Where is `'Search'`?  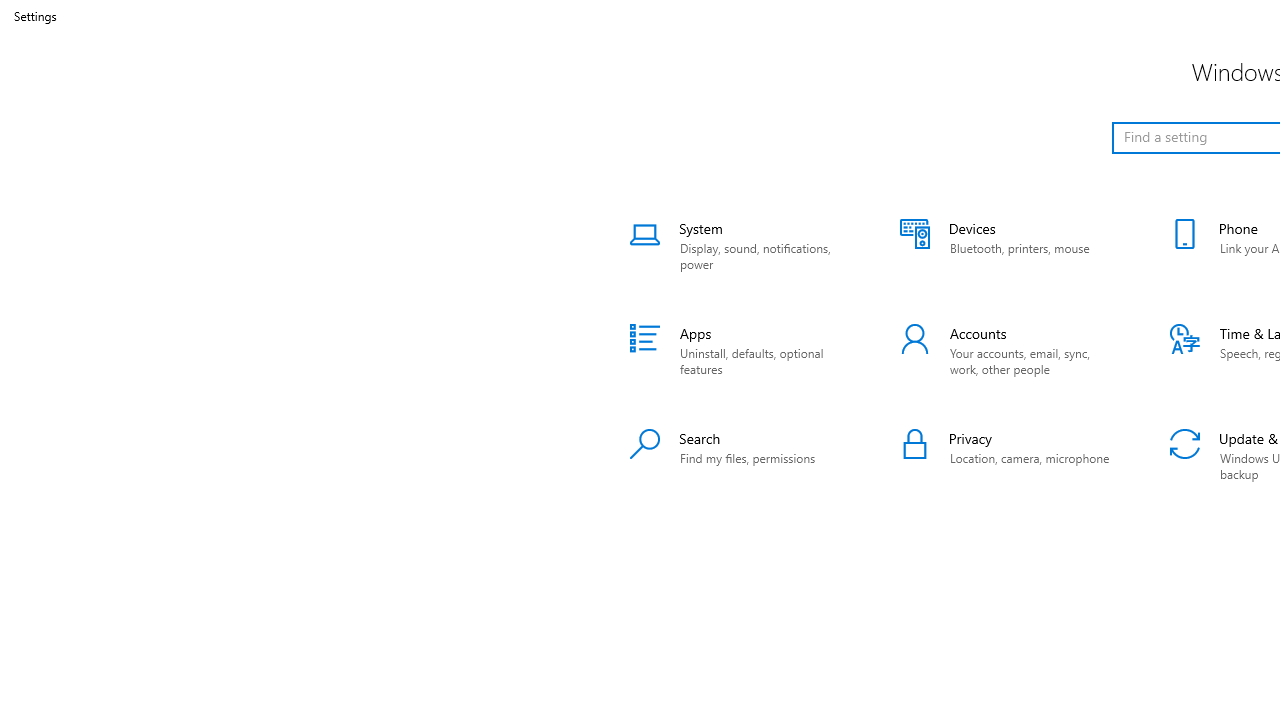
'Search' is located at coordinates (738, 456).